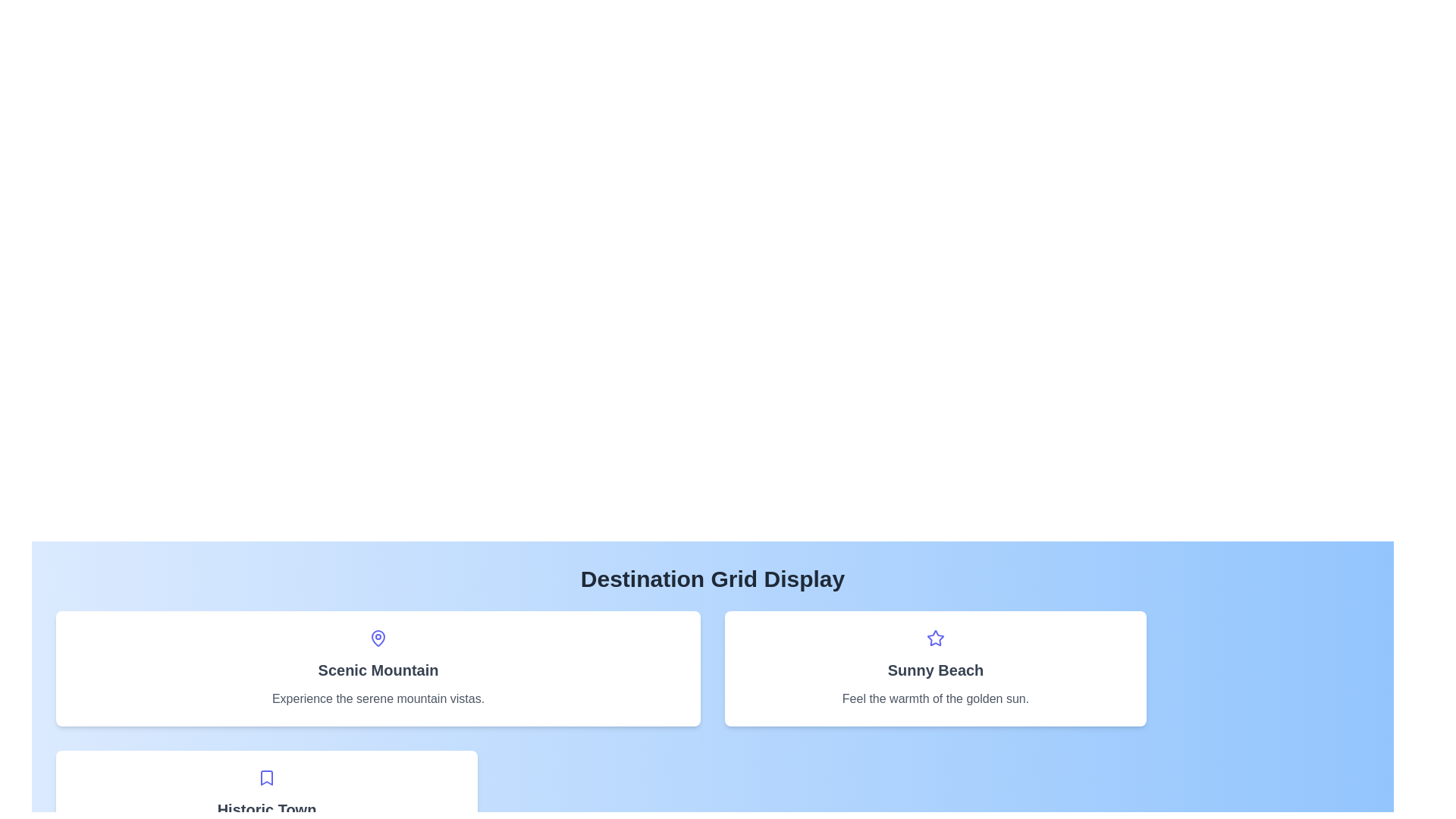  I want to click on the decorative status icon in the heading section of the 'Sunny Beach' card, located at the top-right of the interface's card grid layout, so click(934, 638).